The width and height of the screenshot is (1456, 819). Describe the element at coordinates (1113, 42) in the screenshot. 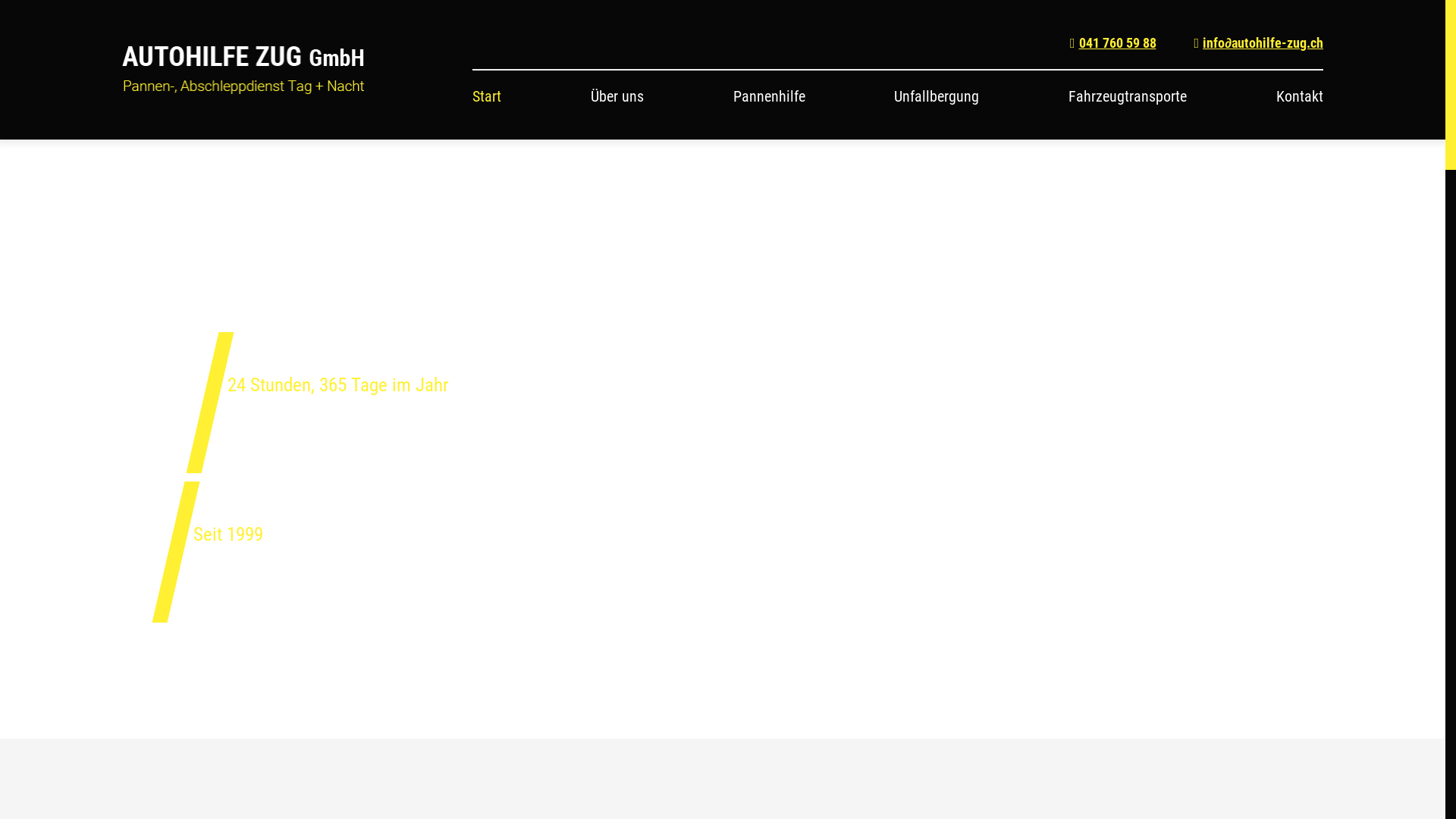

I see `'041 760 59 88'` at that location.